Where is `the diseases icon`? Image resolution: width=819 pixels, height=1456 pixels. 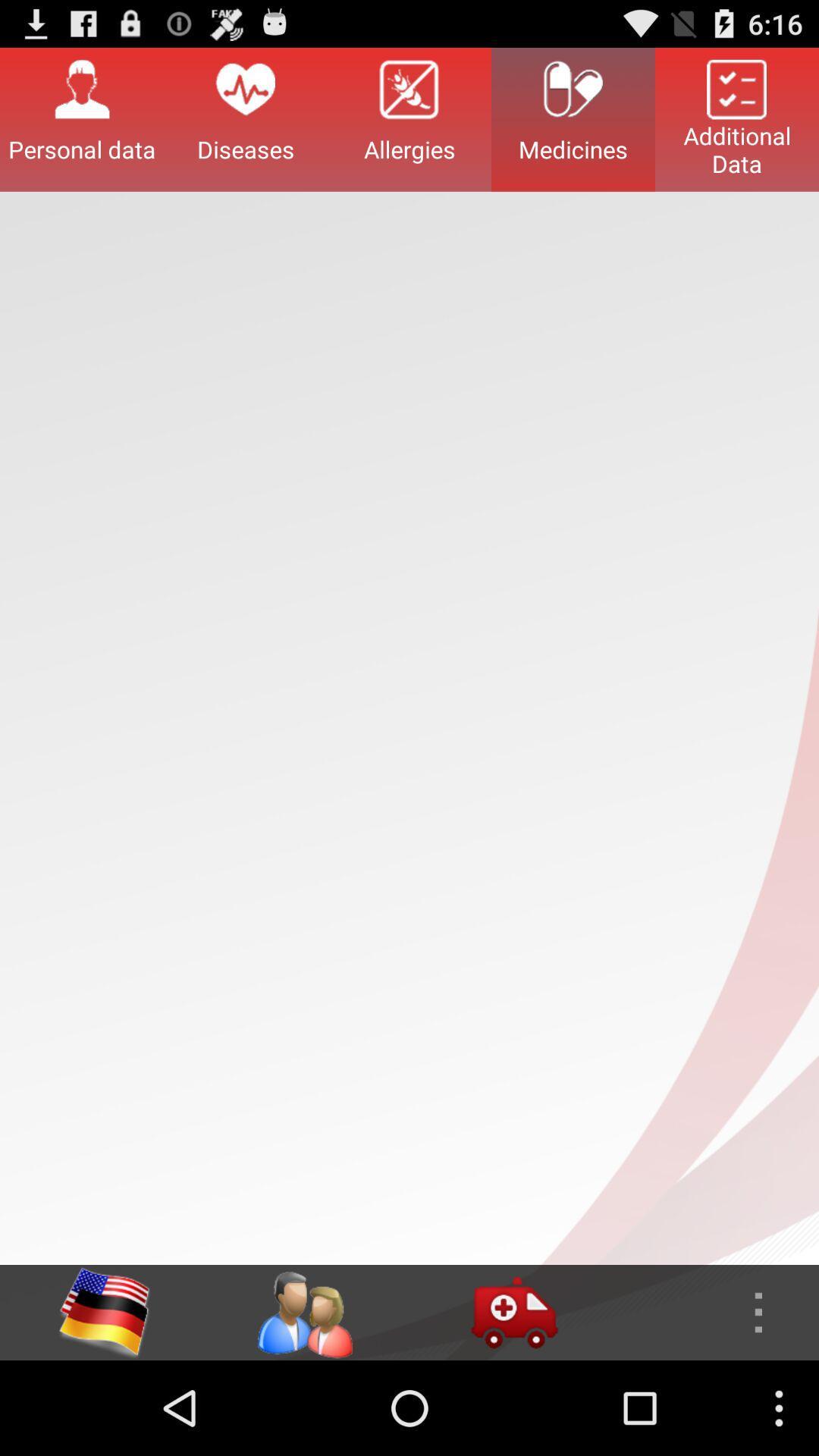
the diseases icon is located at coordinates (245, 118).